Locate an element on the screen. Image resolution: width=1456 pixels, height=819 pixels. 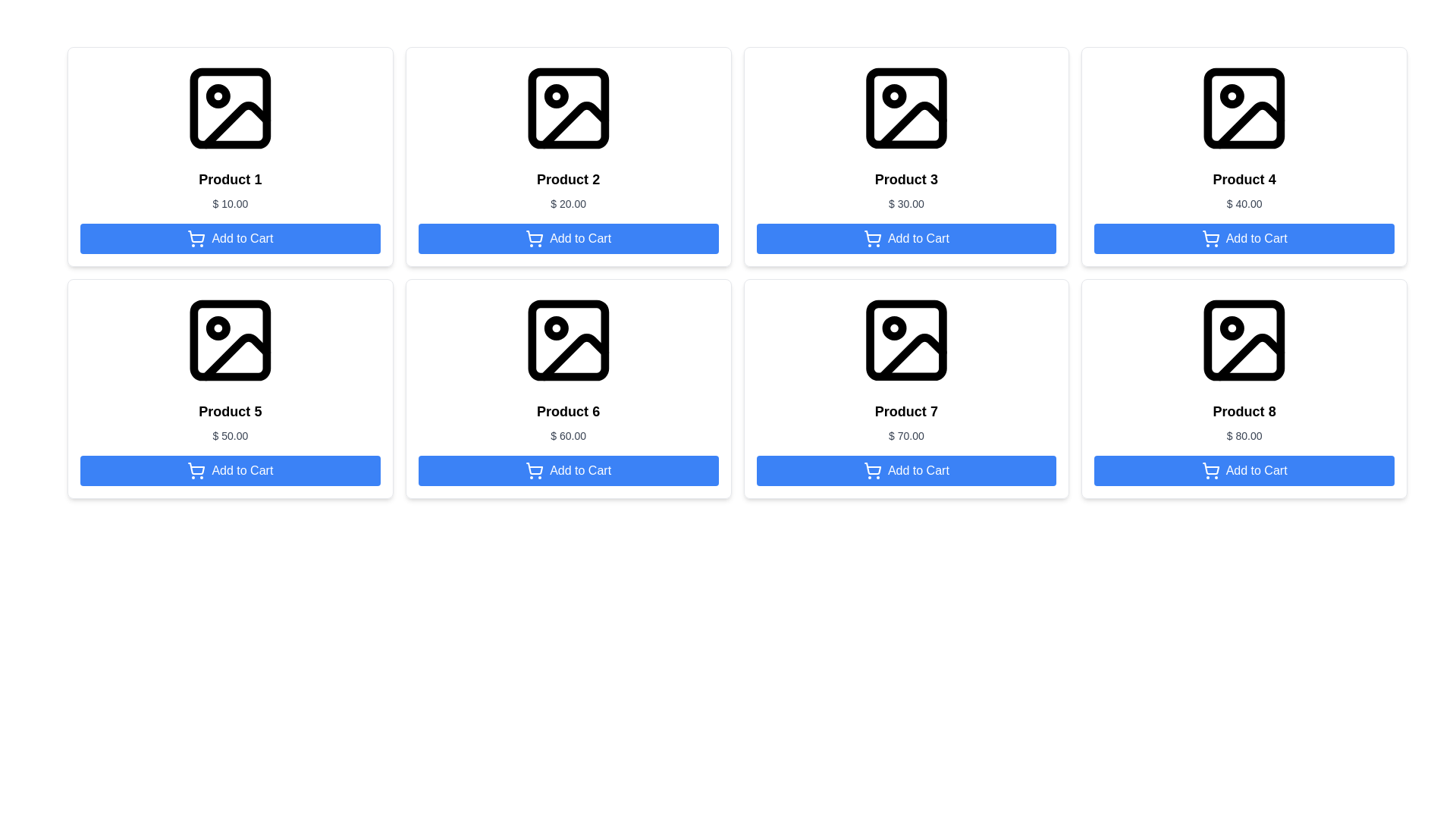
the 'Add to Cart' button for 'Product 8' located in the bottom-right corner of the grid layout is located at coordinates (1210, 470).